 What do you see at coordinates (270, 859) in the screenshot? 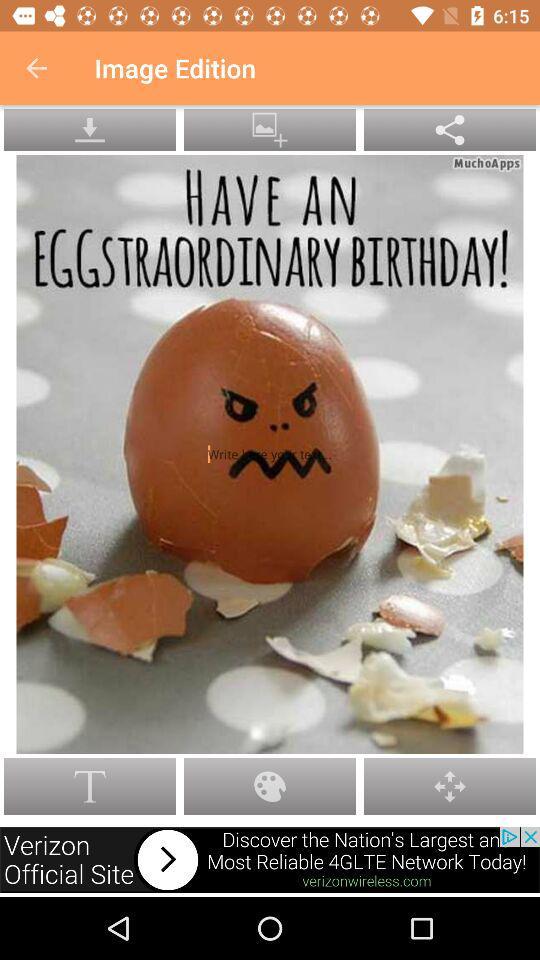
I see `advertisements button` at bounding box center [270, 859].